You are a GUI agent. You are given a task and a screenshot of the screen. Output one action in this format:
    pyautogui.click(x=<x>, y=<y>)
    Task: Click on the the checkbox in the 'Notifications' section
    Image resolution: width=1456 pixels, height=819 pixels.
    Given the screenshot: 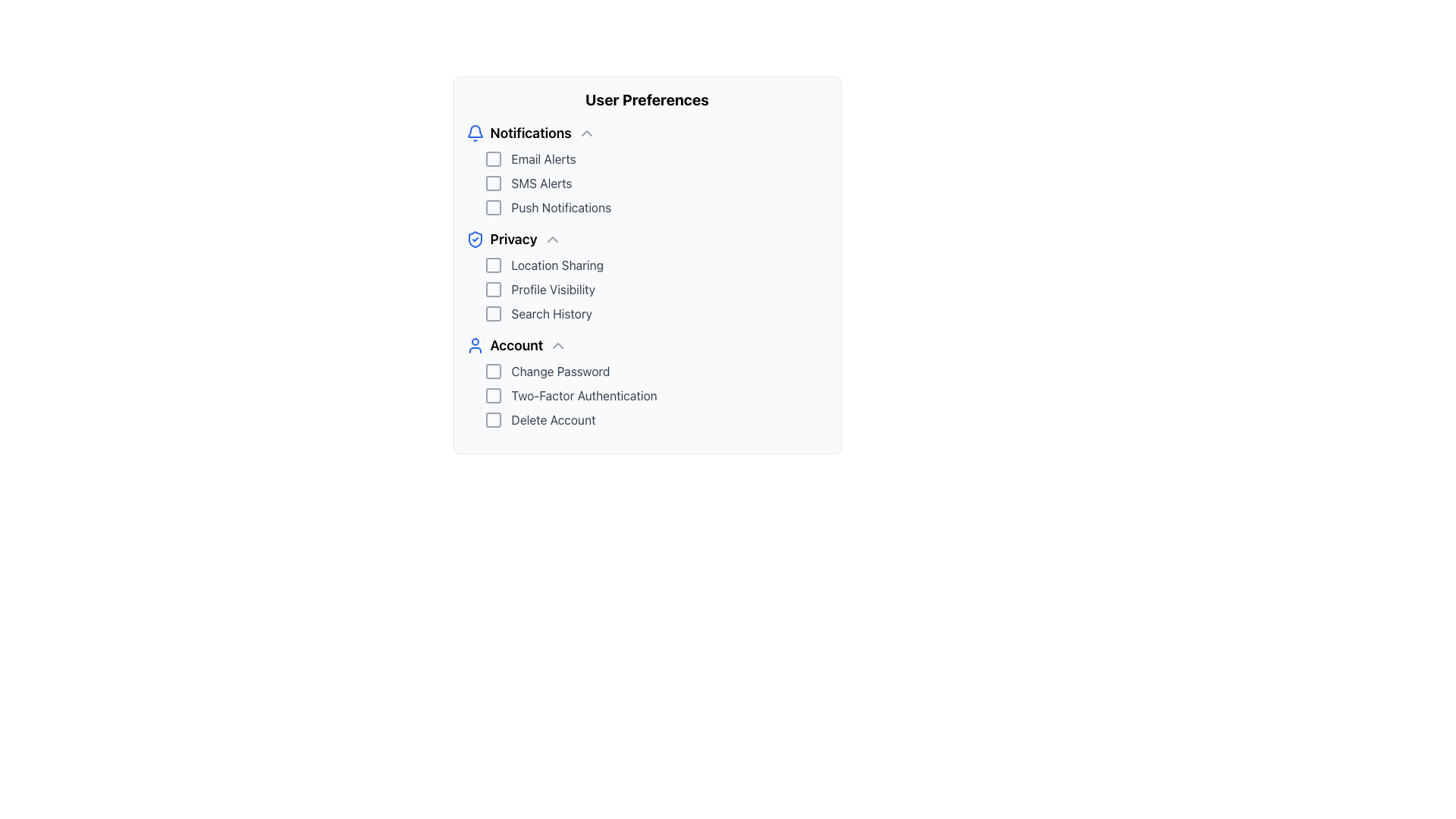 What is the action you would take?
    pyautogui.click(x=656, y=207)
    